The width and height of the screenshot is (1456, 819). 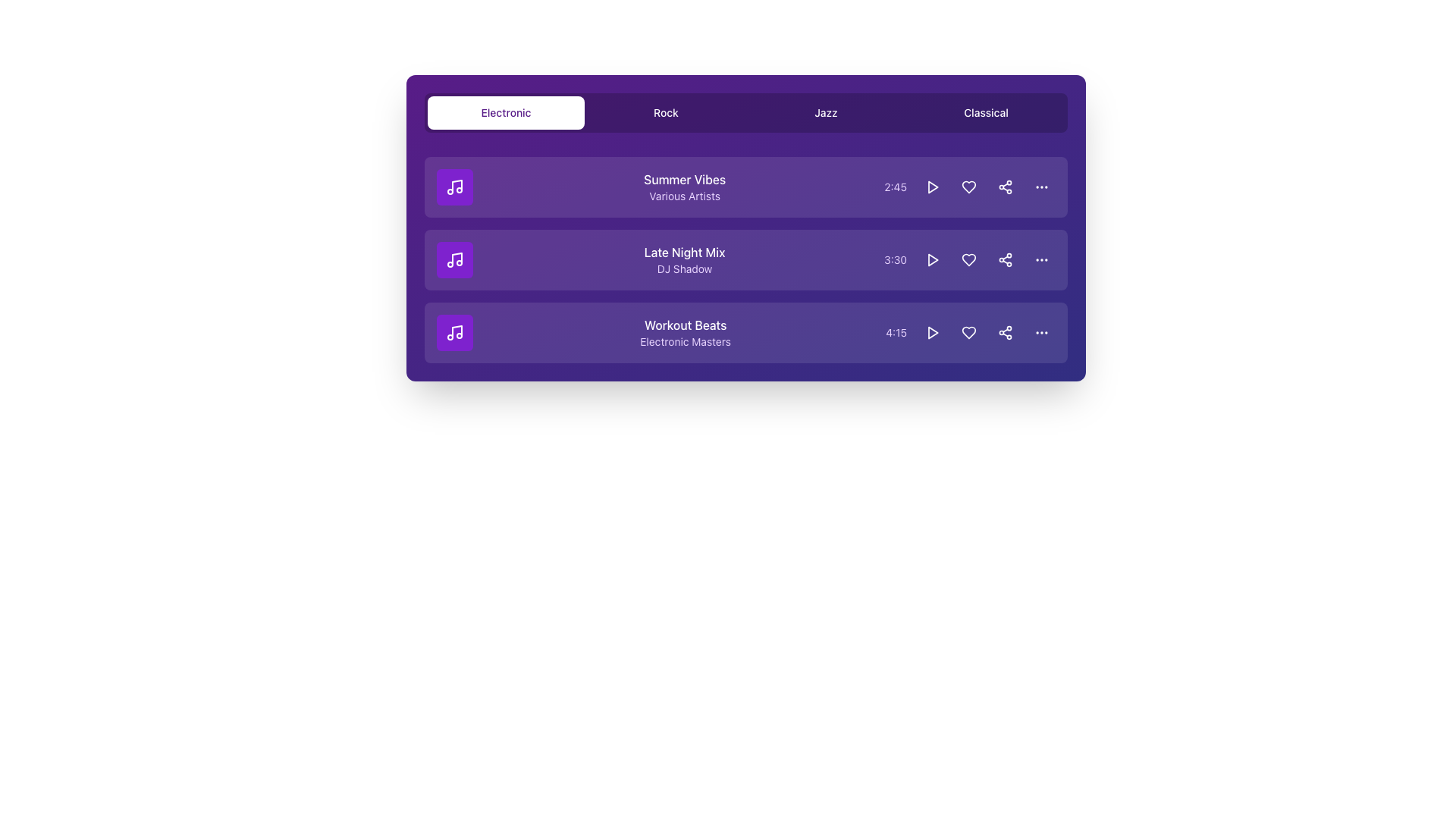 What do you see at coordinates (931, 186) in the screenshot?
I see `the play button for the track 'Summer Vibes' located on the right side of the first row, adjacent to the time duration (2:45), to observe the hover effect` at bounding box center [931, 186].